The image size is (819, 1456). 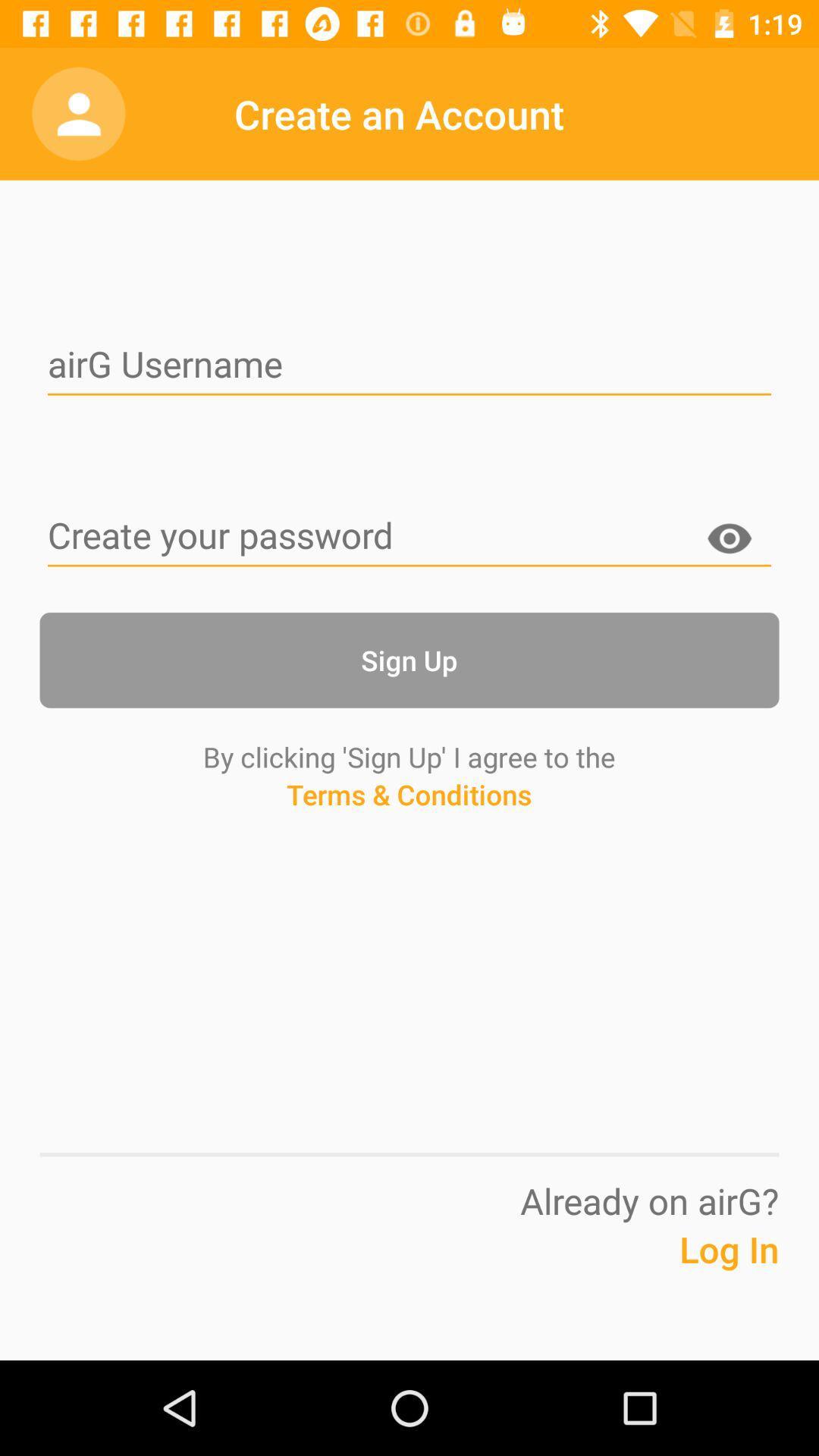 I want to click on password, so click(x=728, y=541).